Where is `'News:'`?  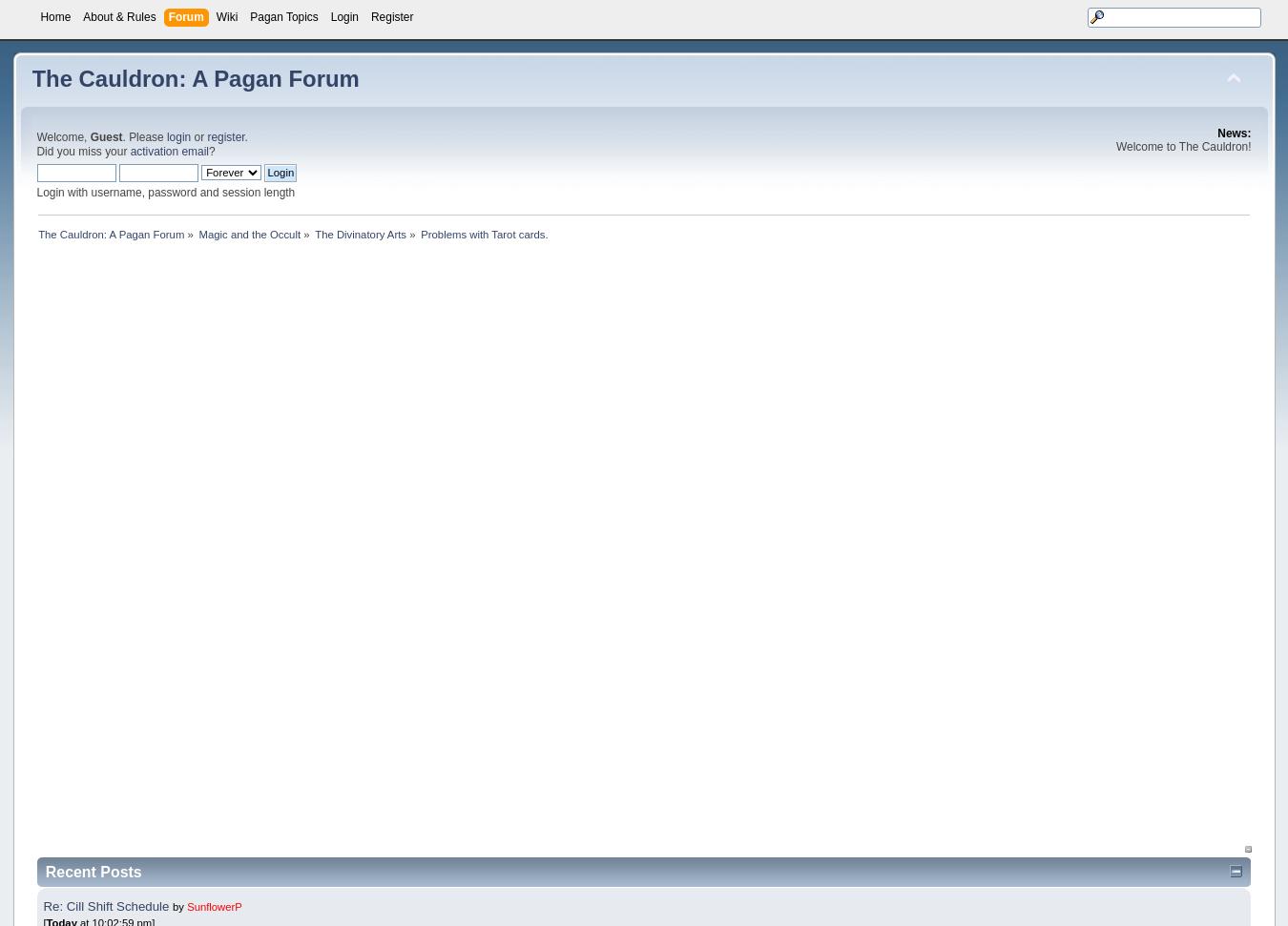 'News:' is located at coordinates (1234, 133).